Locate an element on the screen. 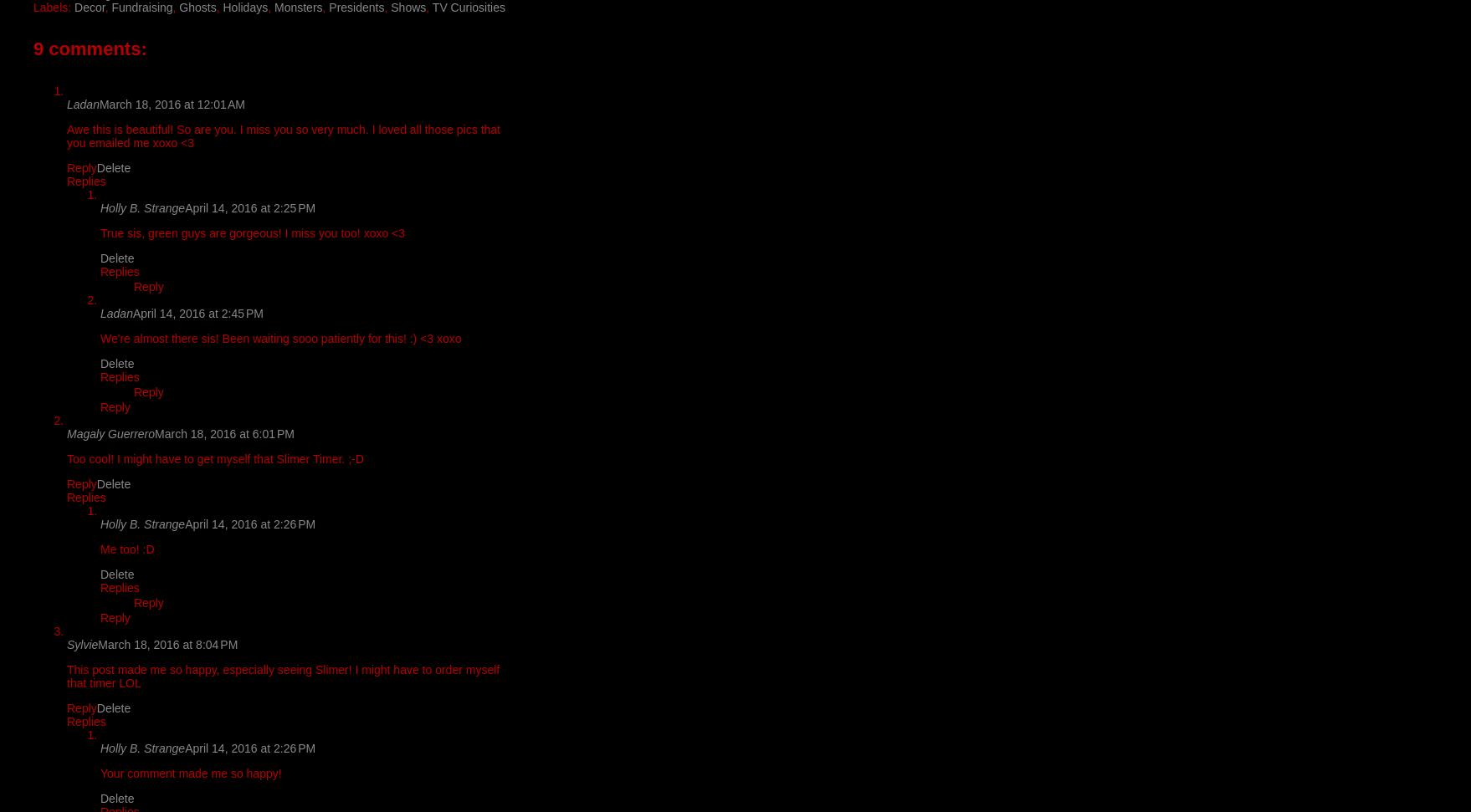 The image size is (1471, 812). 'Monsters' is located at coordinates (297, 6).